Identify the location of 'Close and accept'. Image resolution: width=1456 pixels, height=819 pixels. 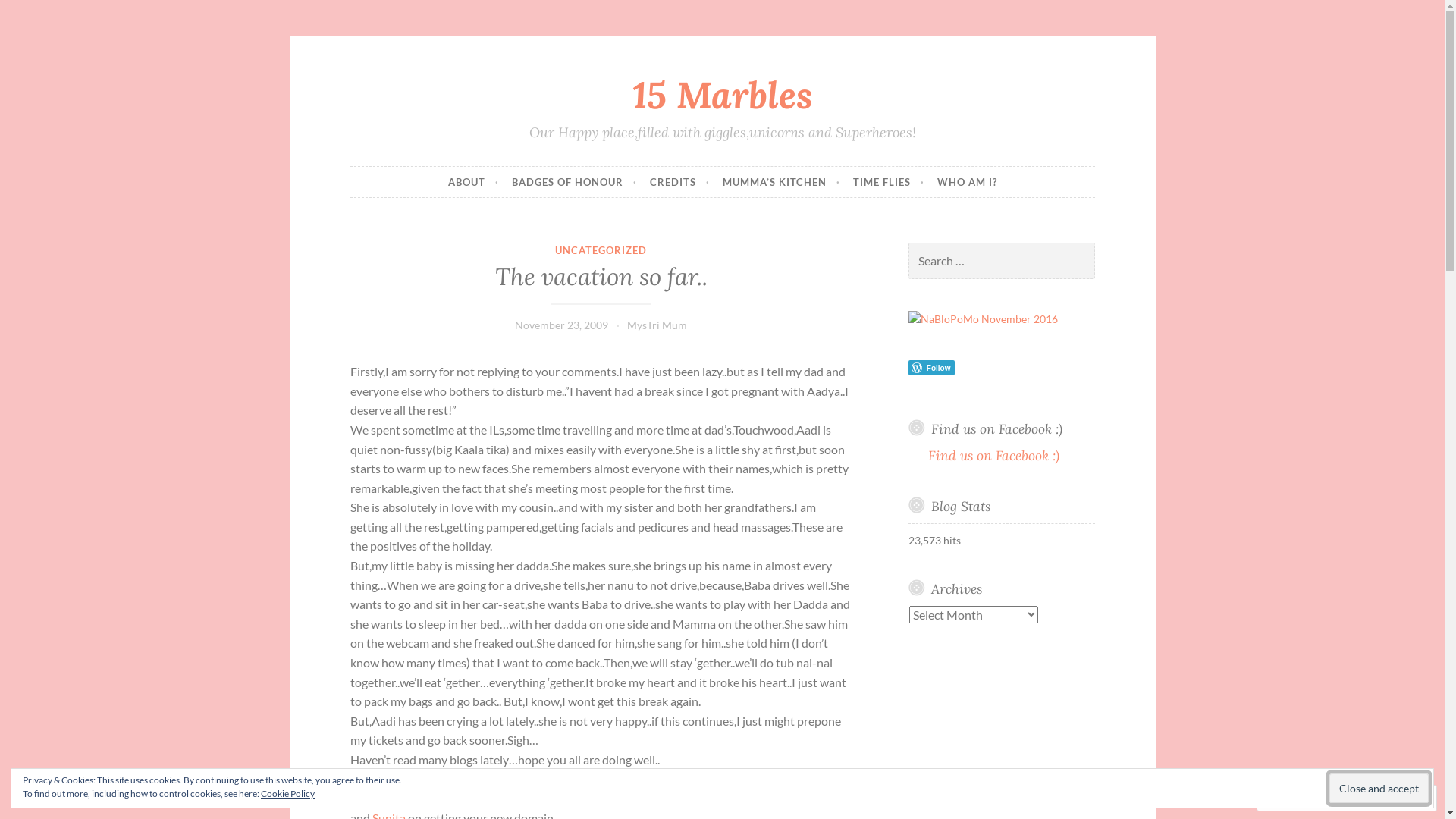
(1379, 787).